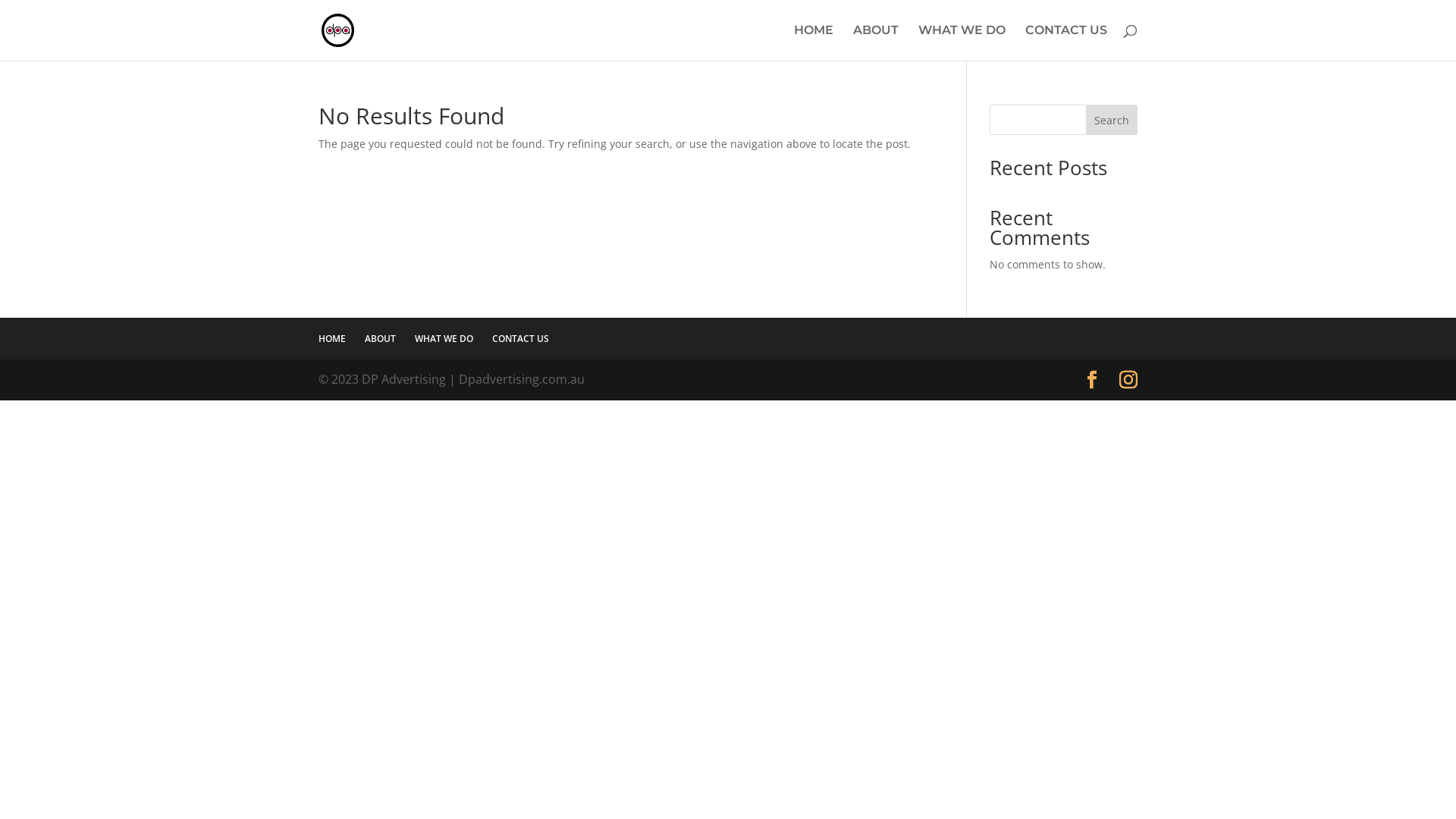  What do you see at coordinates (364, 337) in the screenshot?
I see `'ABOUT'` at bounding box center [364, 337].